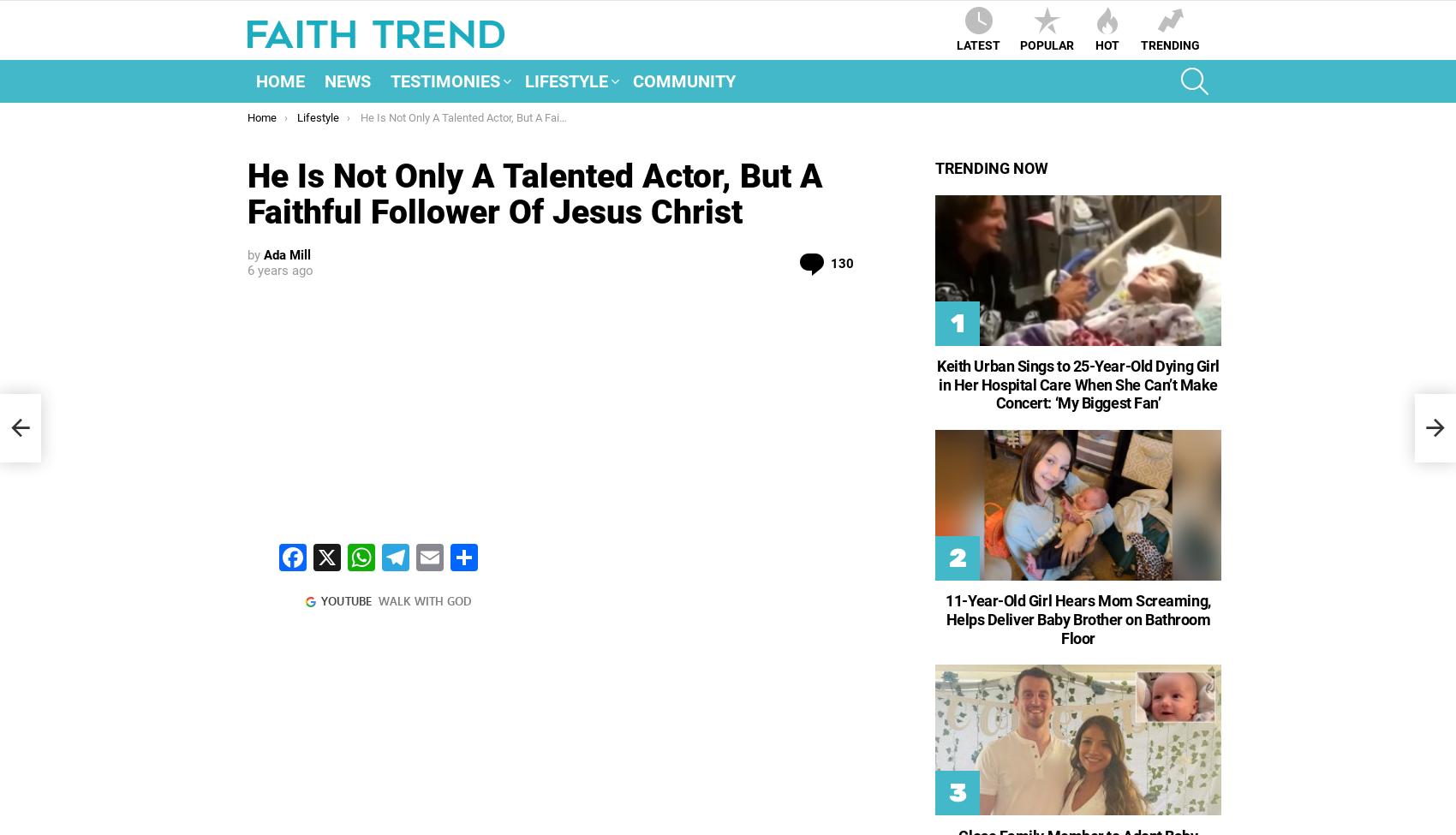 The width and height of the screenshot is (1456, 835). What do you see at coordinates (564, 188) in the screenshot?
I see `'Mission'` at bounding box center [564, 188].